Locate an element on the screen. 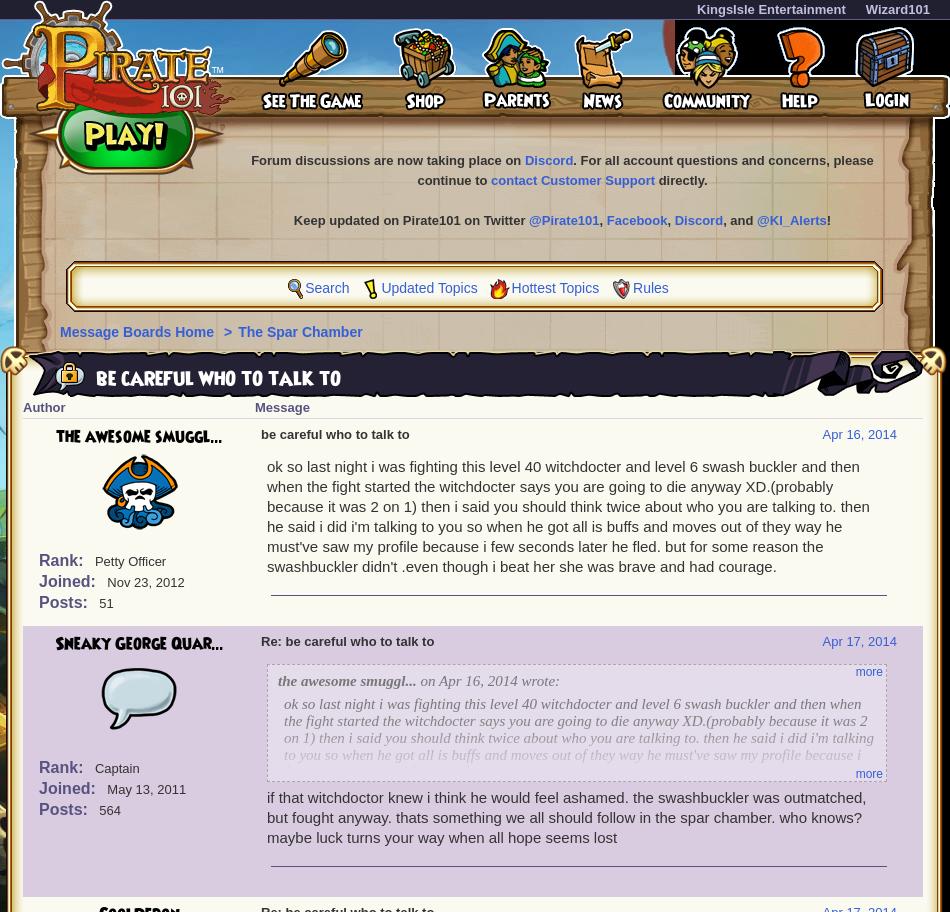 Image resolution: width=950 pixels, height=912 pixels. 'Author' is located at coordinates (43, 407).